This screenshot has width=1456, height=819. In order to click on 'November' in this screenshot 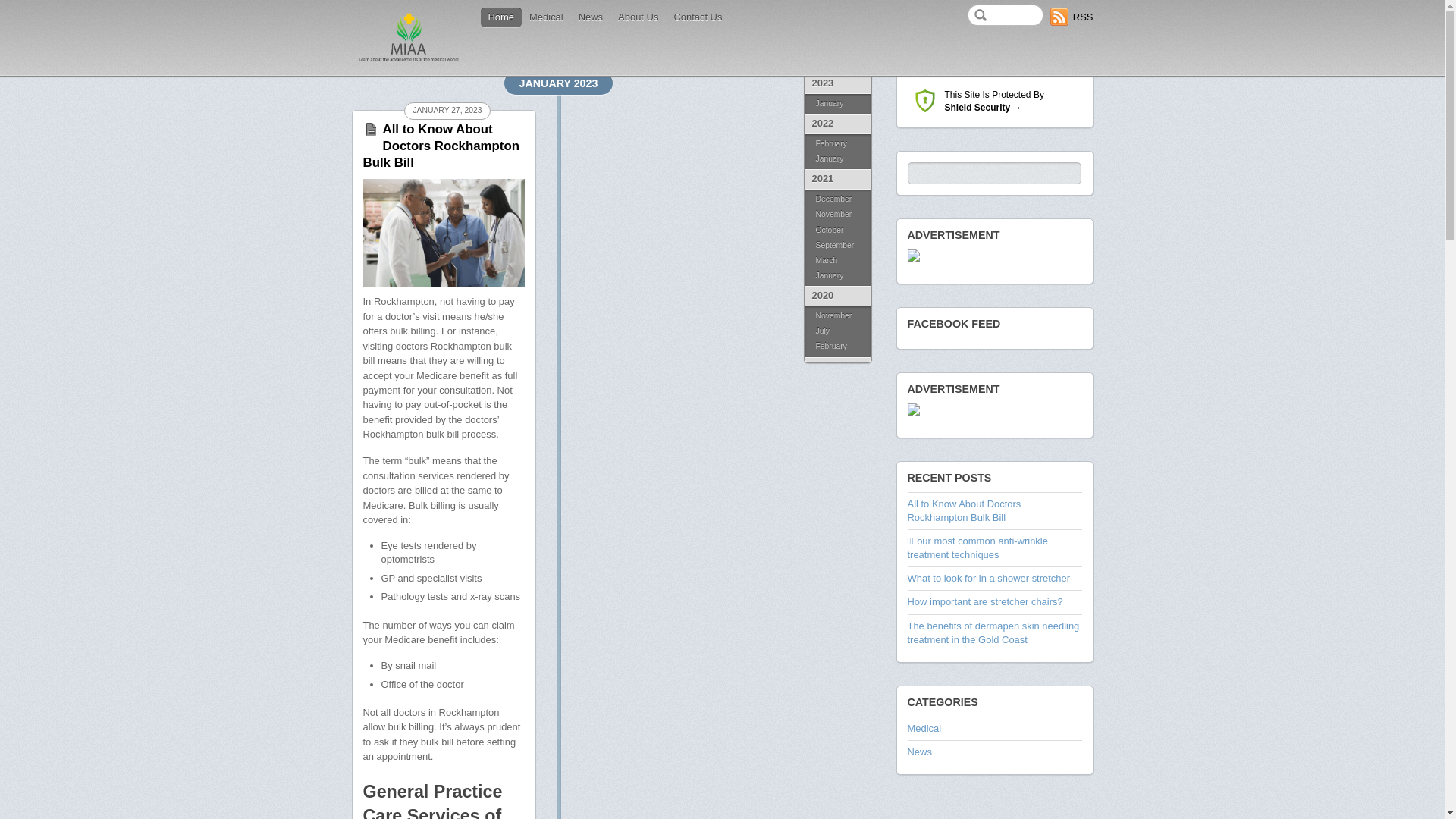, I will do `click(836, 214)`.